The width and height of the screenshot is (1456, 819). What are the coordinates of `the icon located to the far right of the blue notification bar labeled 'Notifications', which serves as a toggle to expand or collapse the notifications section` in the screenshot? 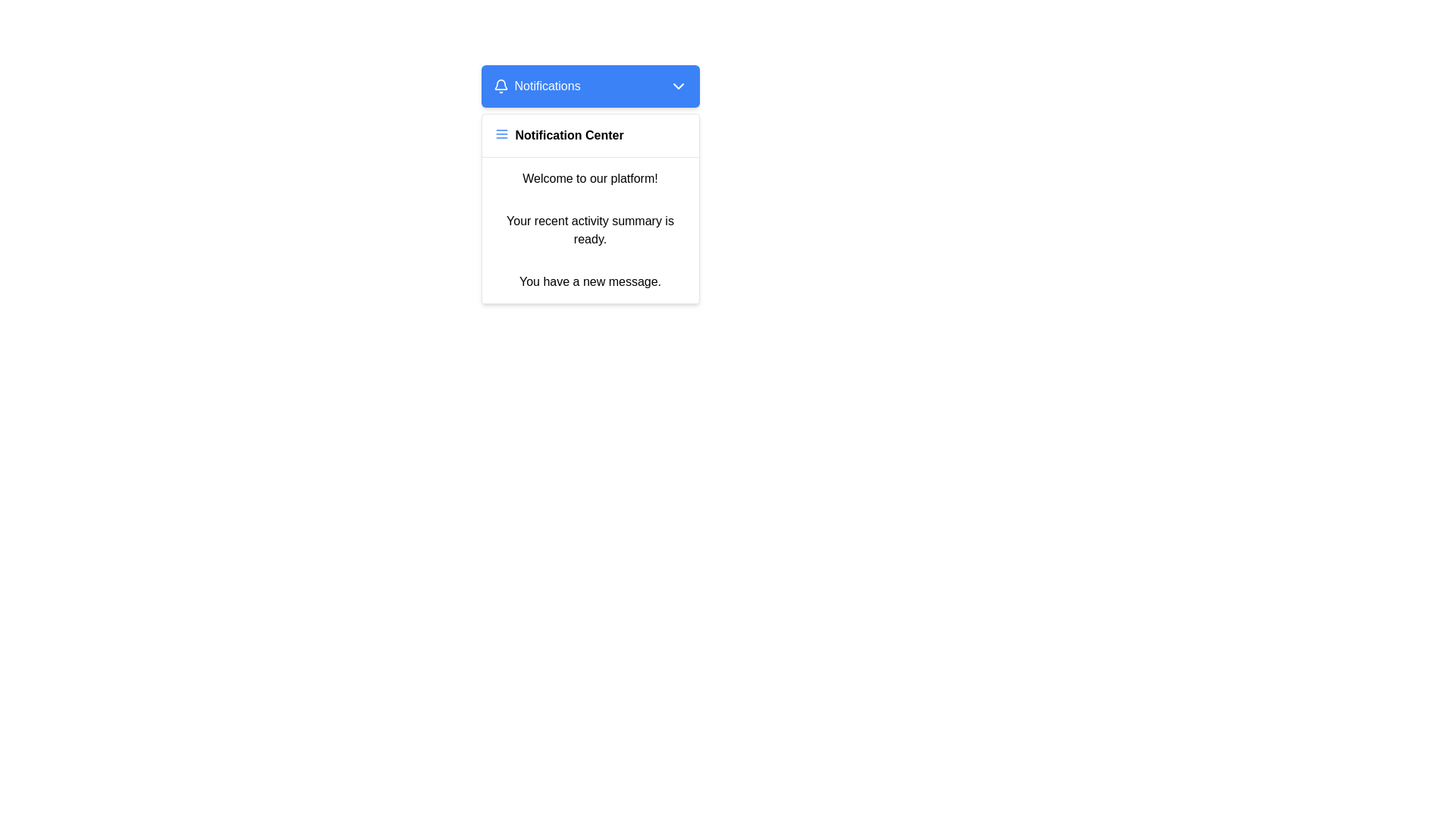 It's located at (677, 86).